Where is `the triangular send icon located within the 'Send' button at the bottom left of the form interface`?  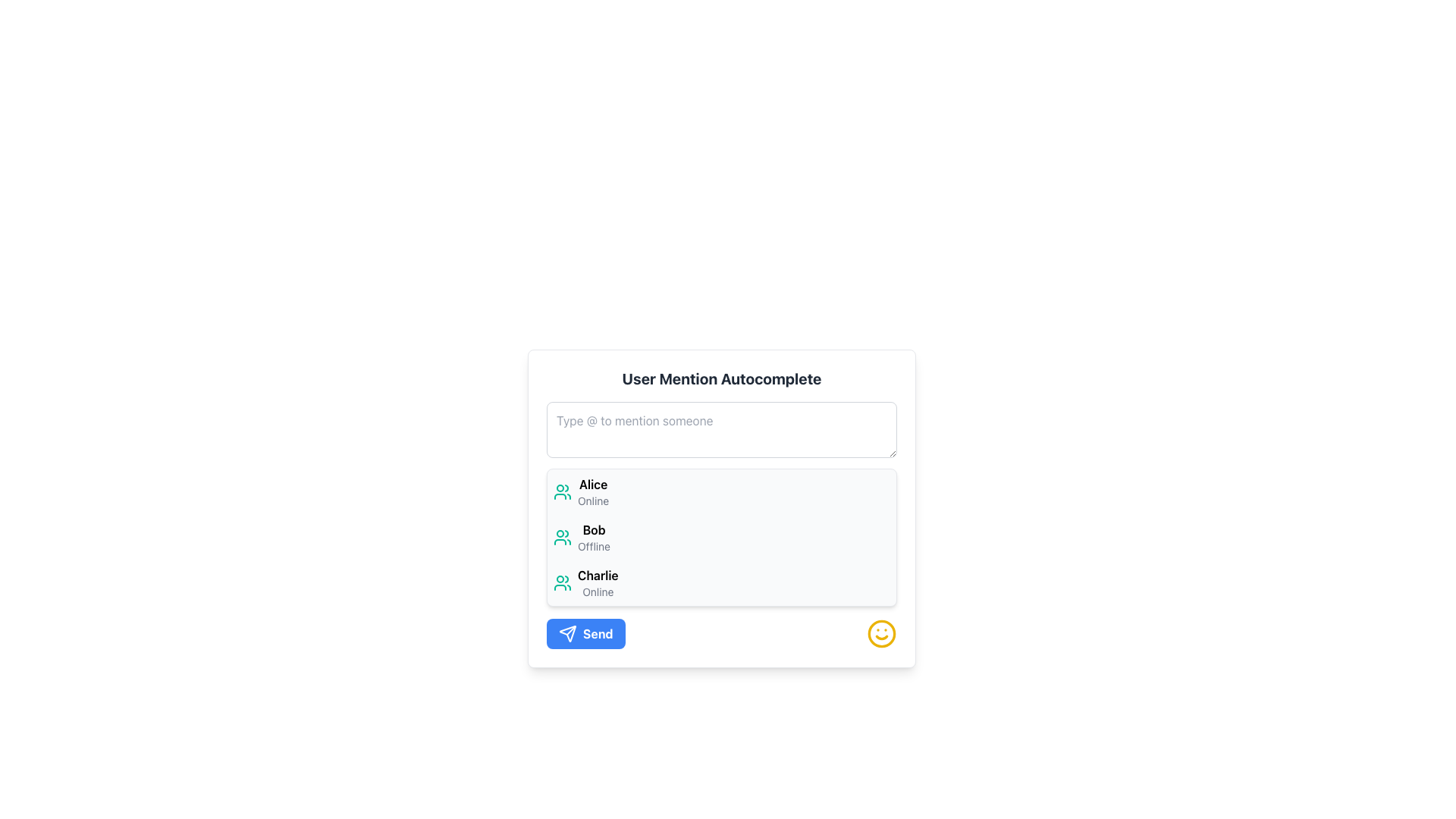 the triangular send icon located within the 'Send' button at the bottom left of the form interface is located at coordinates (566, 634).